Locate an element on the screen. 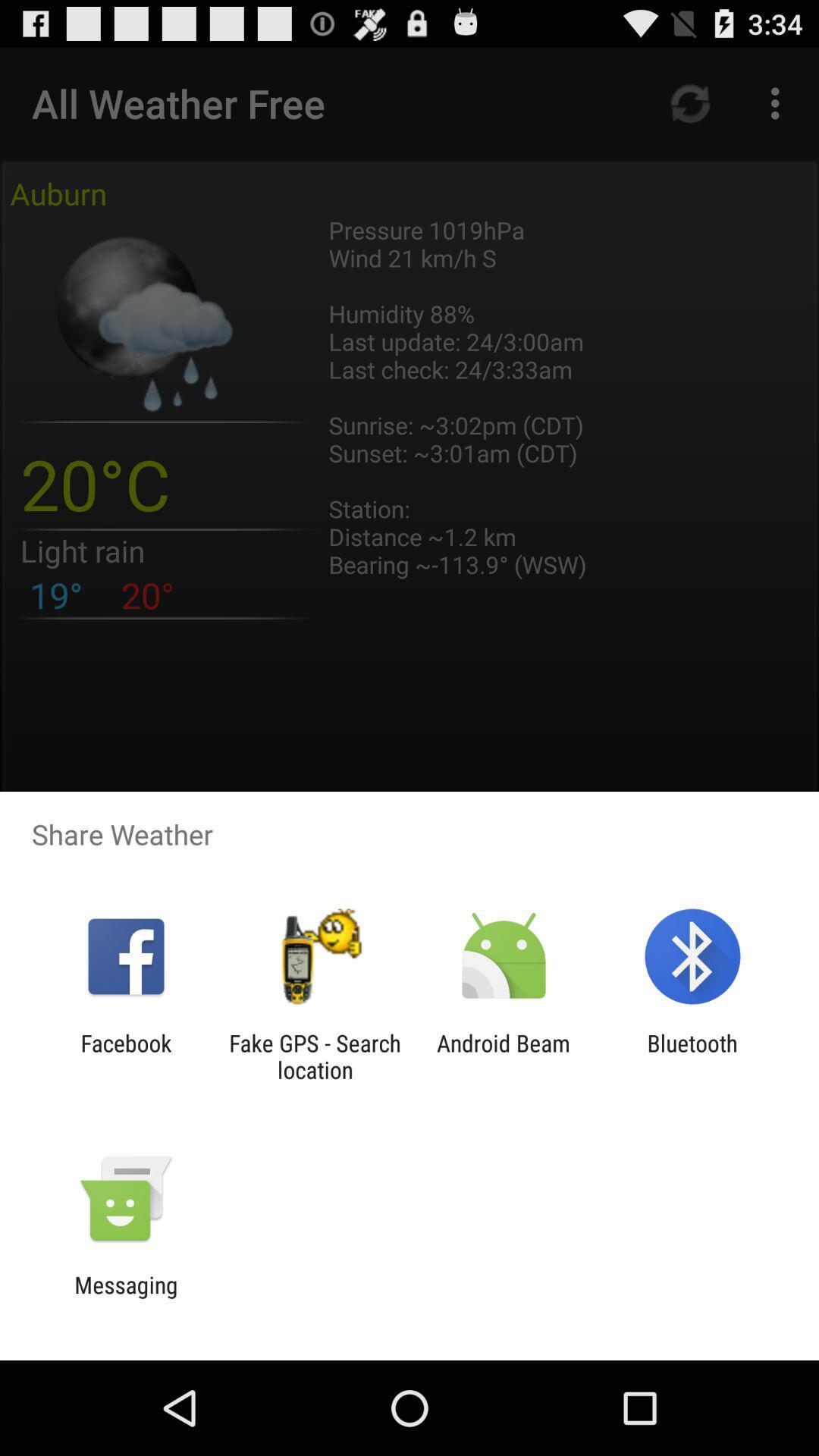  the item to the left of android beam app is located at coordinates (314, 1056).